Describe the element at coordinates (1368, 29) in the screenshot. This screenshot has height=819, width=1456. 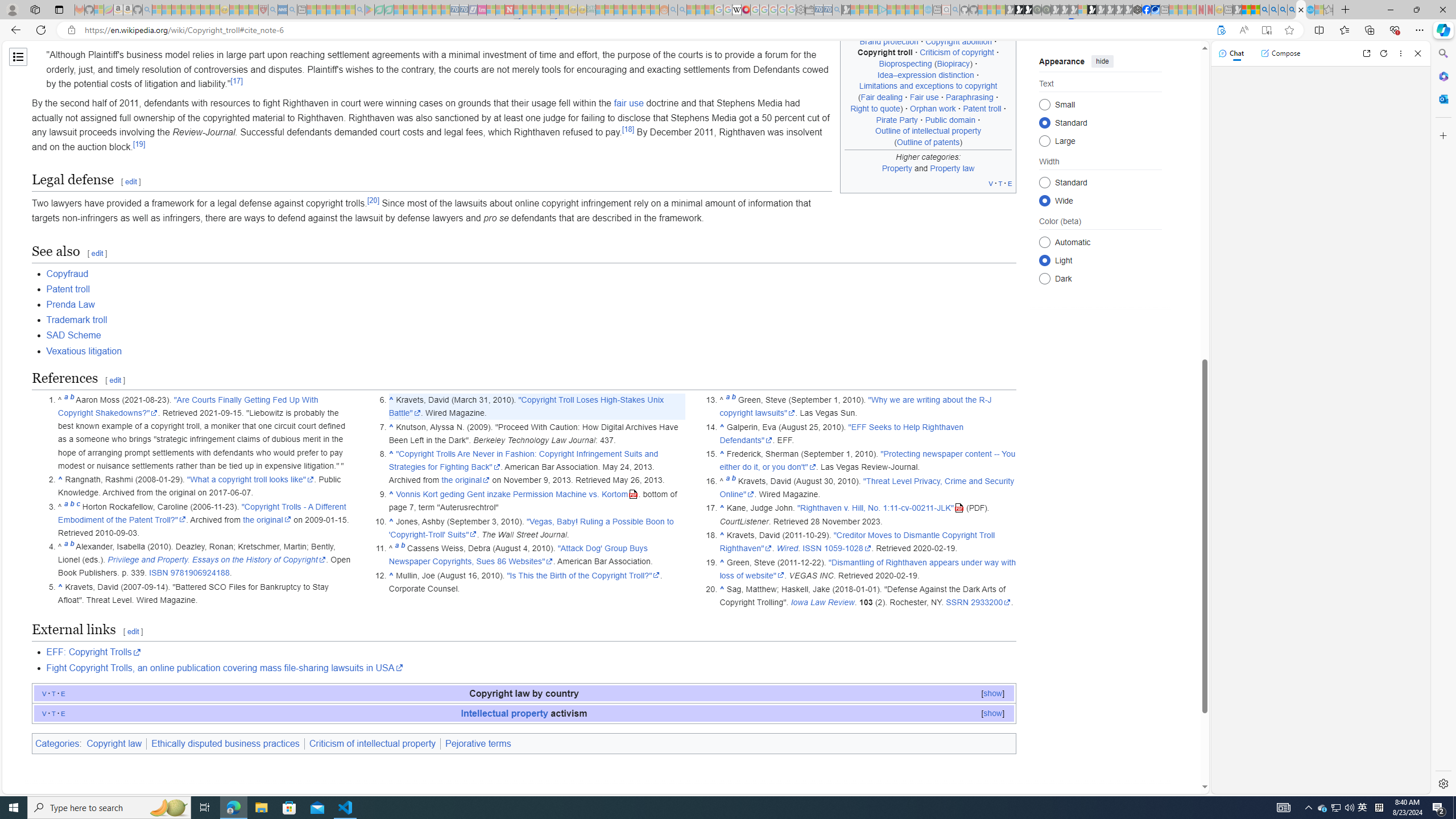
I see `'Collections'` at that location.